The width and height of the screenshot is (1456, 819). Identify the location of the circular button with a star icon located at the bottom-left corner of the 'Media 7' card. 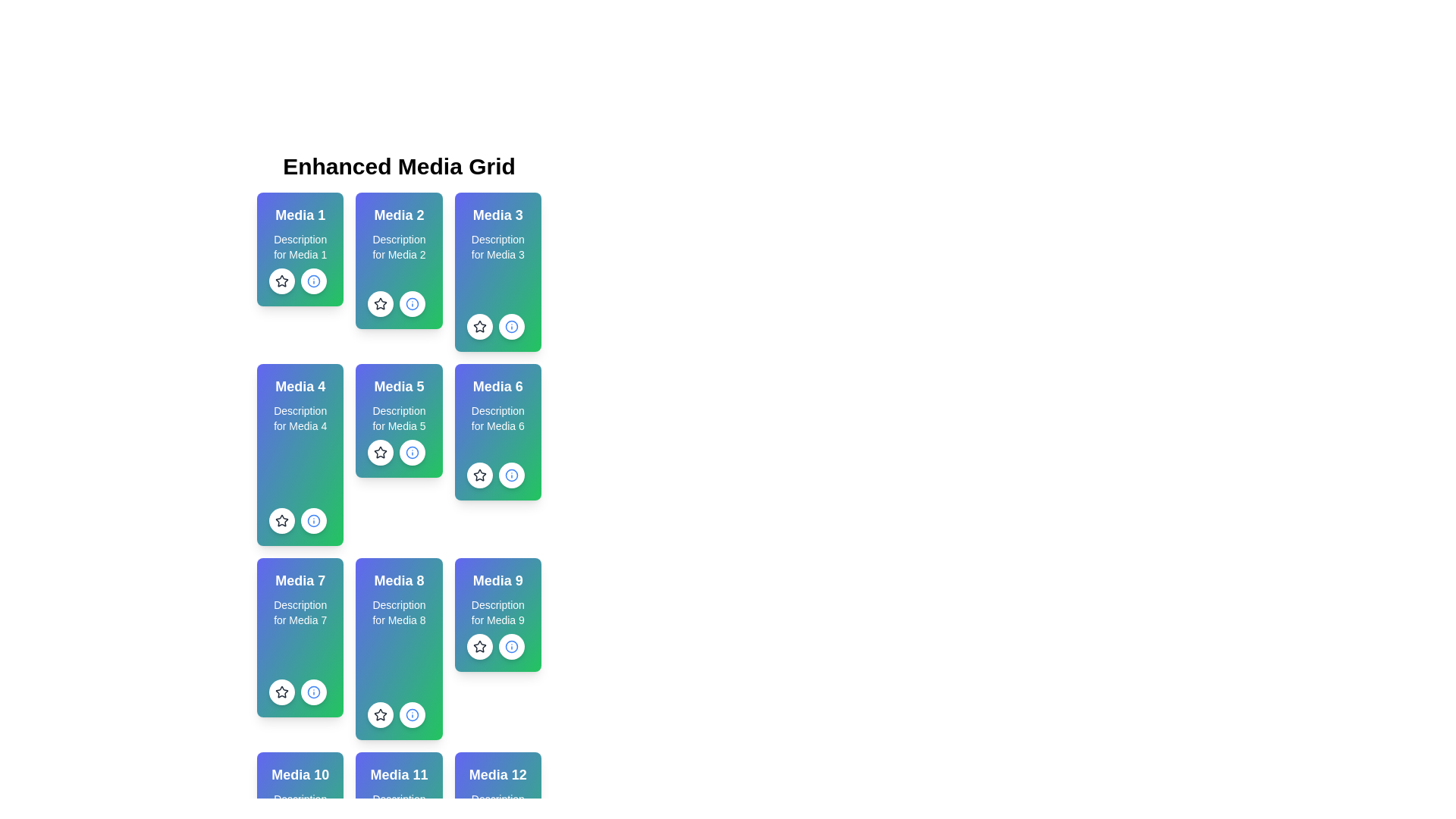
(282, 692).